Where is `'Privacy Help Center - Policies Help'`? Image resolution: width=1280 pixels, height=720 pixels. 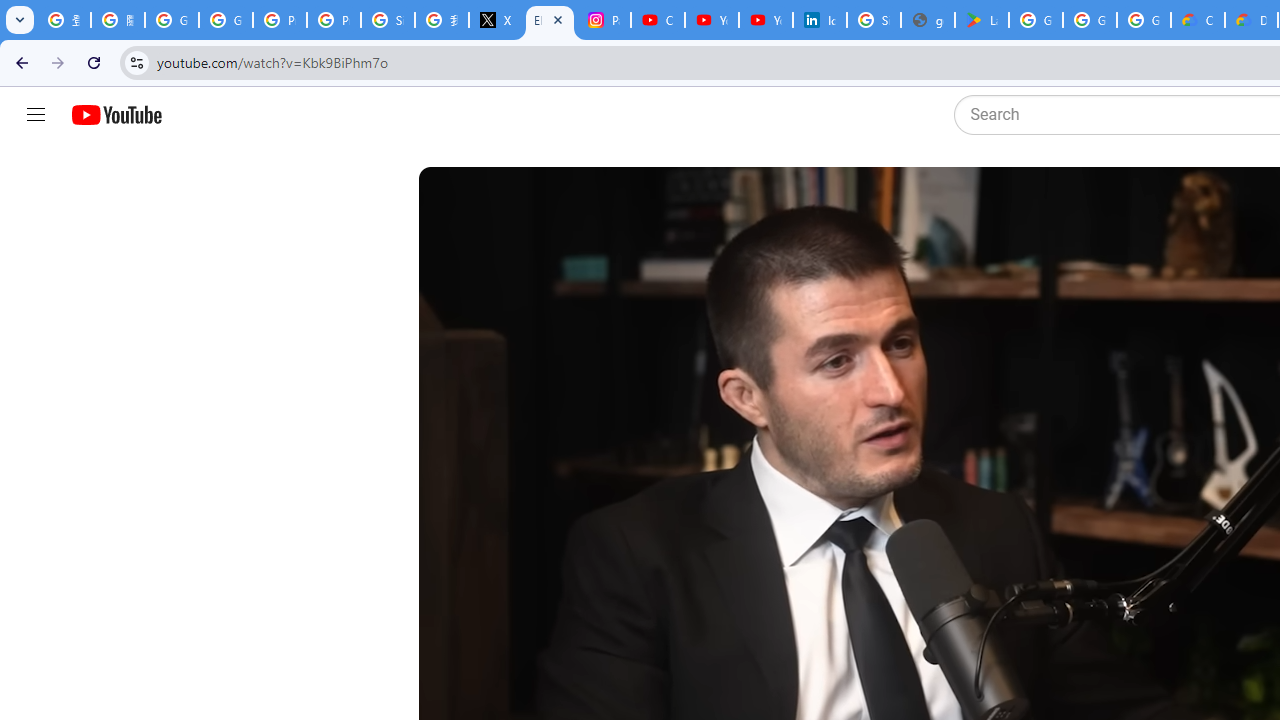 'Privacy Help Center - Policies Help' is located at coordinates (279, 20).